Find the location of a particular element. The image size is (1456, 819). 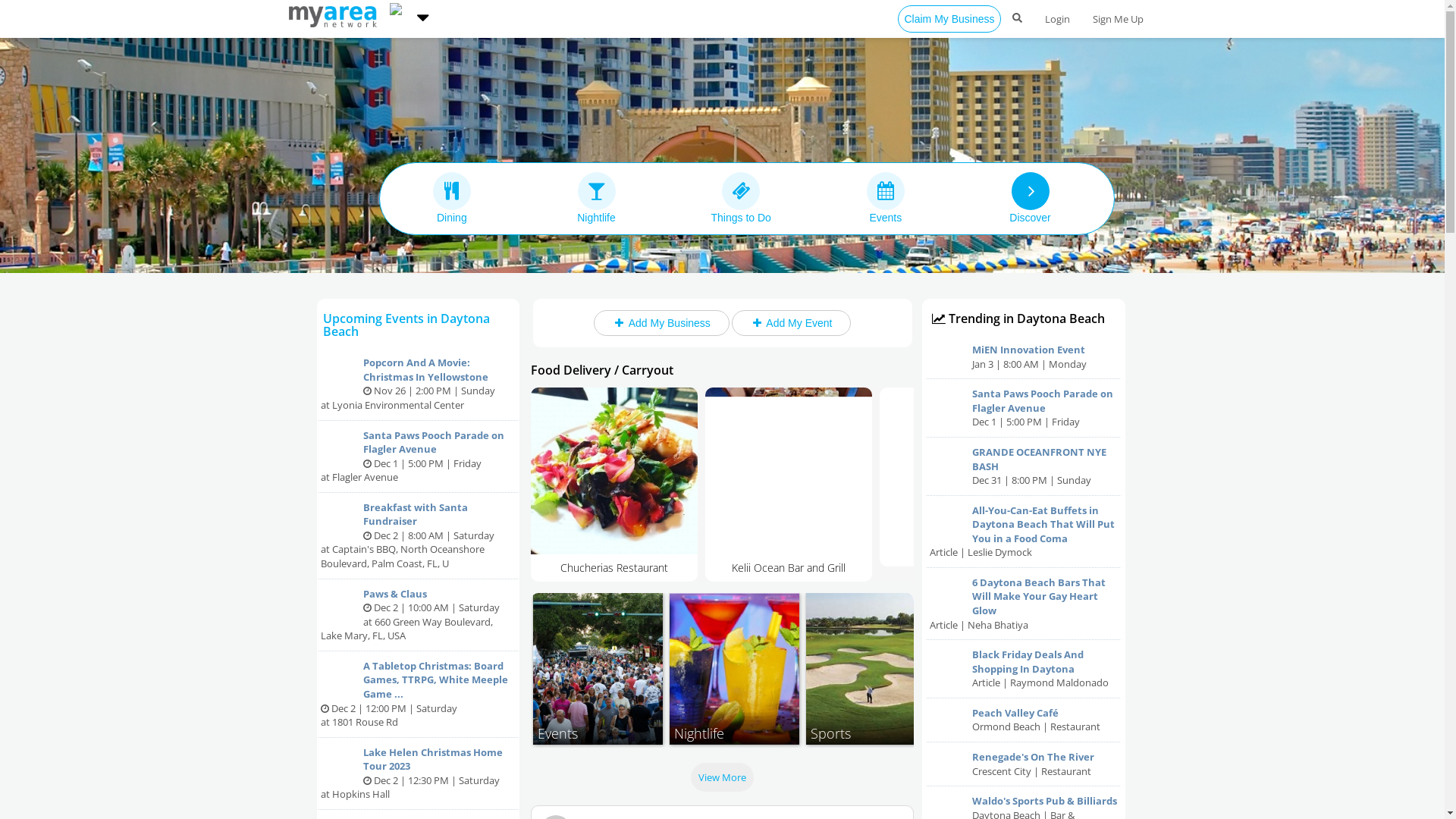

'Login' is located at coordinates (1056, 18).